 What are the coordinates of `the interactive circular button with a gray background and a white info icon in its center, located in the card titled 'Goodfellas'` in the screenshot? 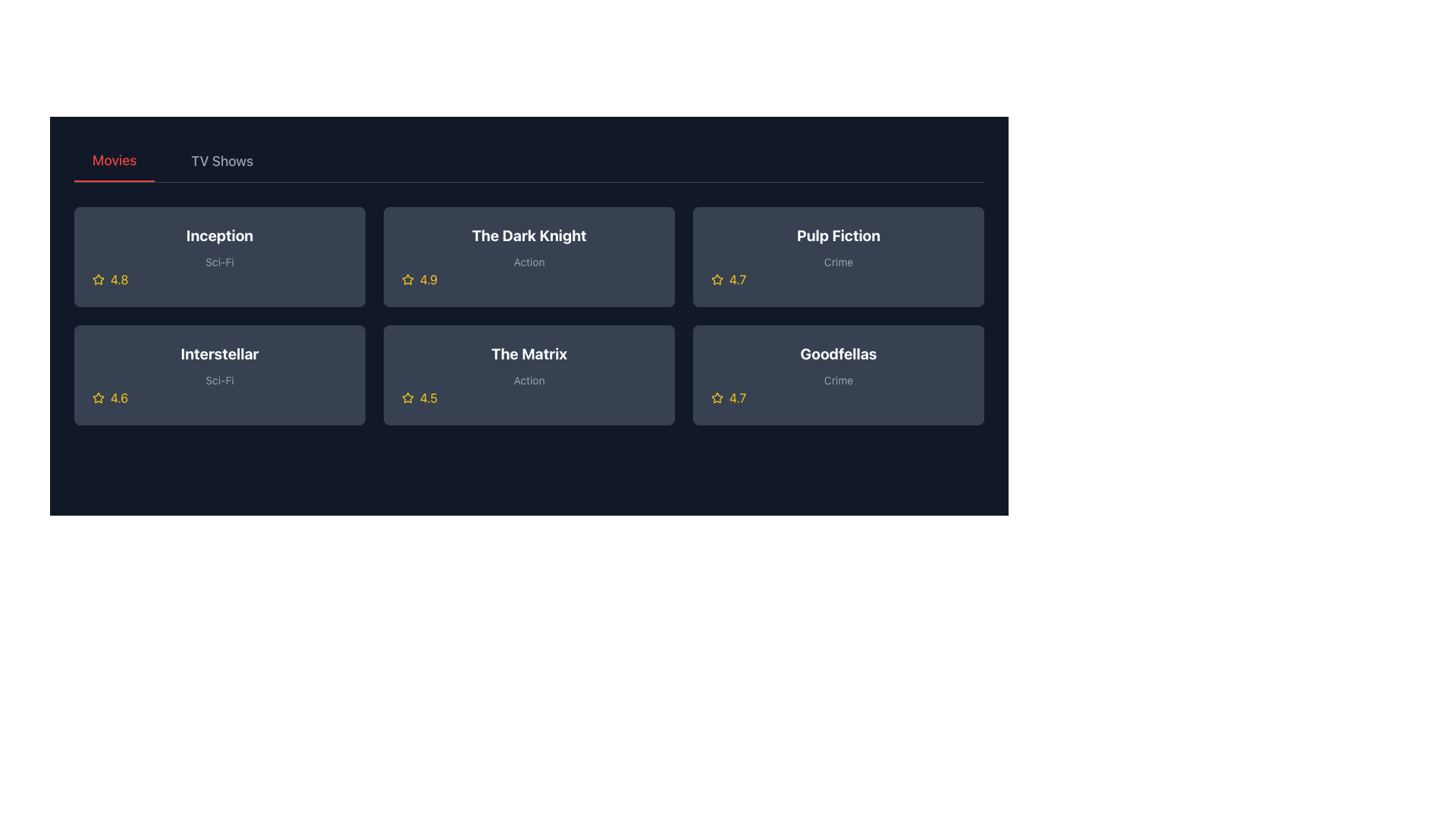 It's located at (837, 375).